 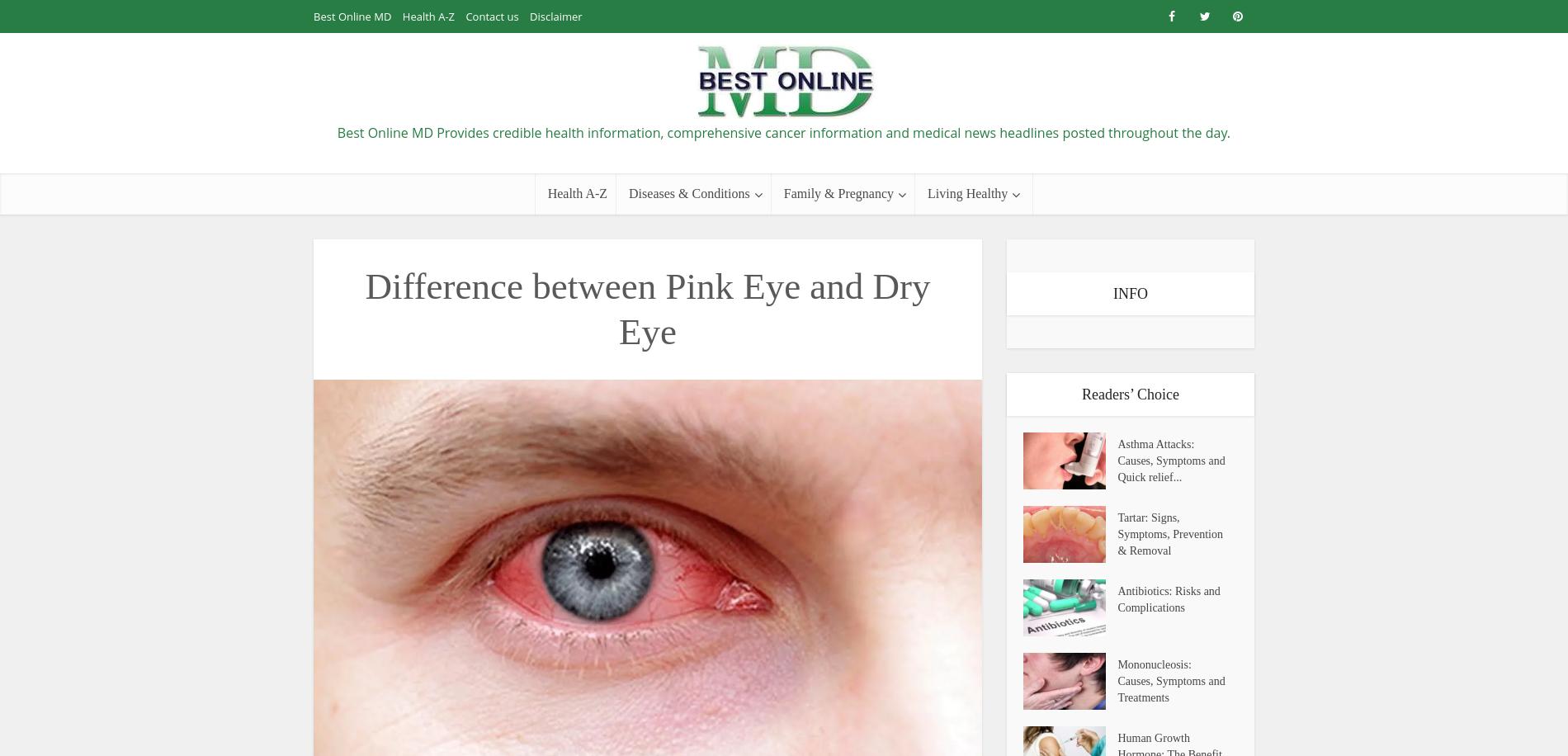 What do you see at coordinates (964, 487) in the screenshot?
I see `'Women’s Health'` at bounding box center [964, 487].